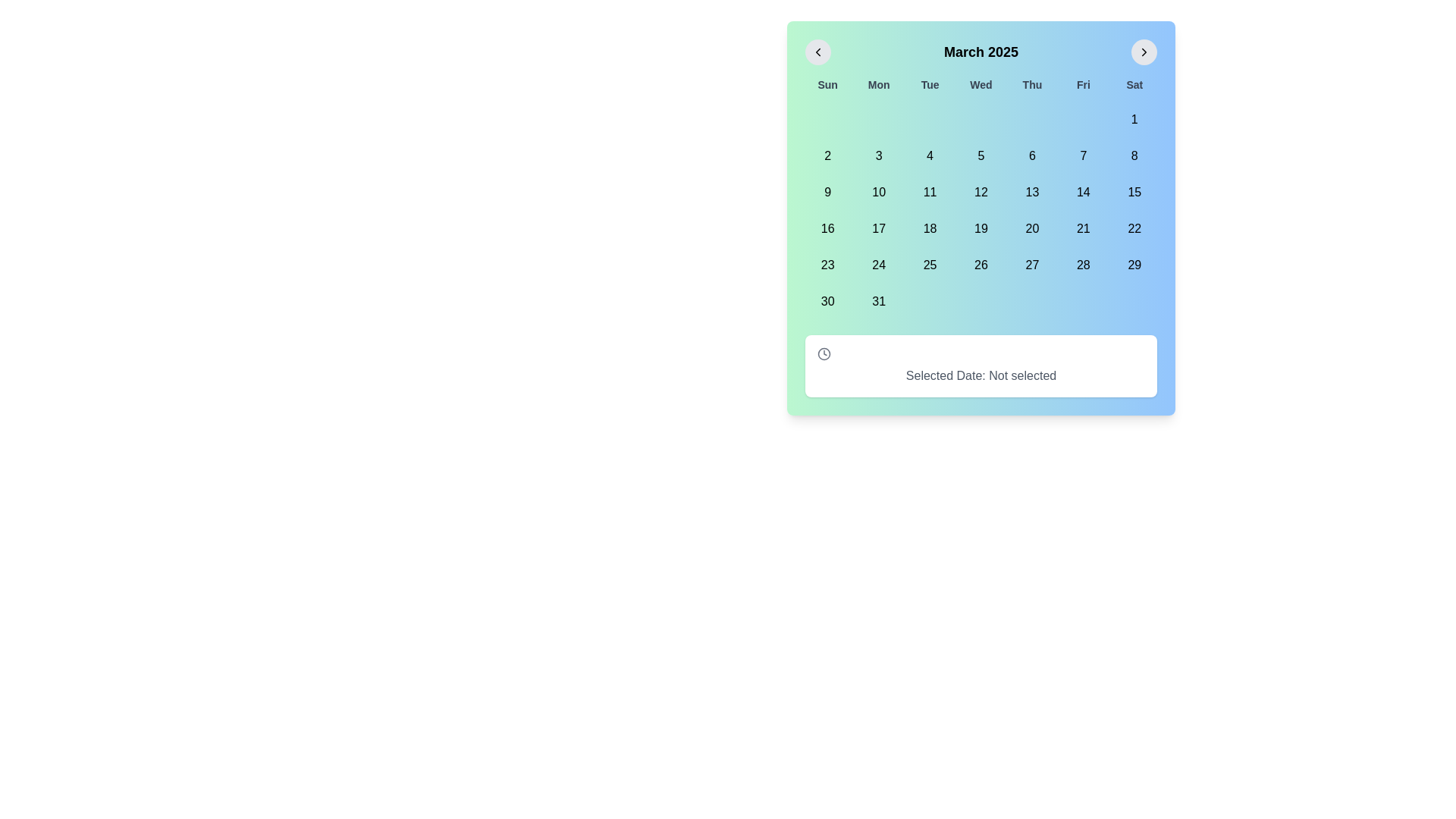  What do you see at coordinates (981, 192) in the screenshot?
I see `the selectable date button for the 12th day of the month in the calendar interface` at bounding box center [981, 192].